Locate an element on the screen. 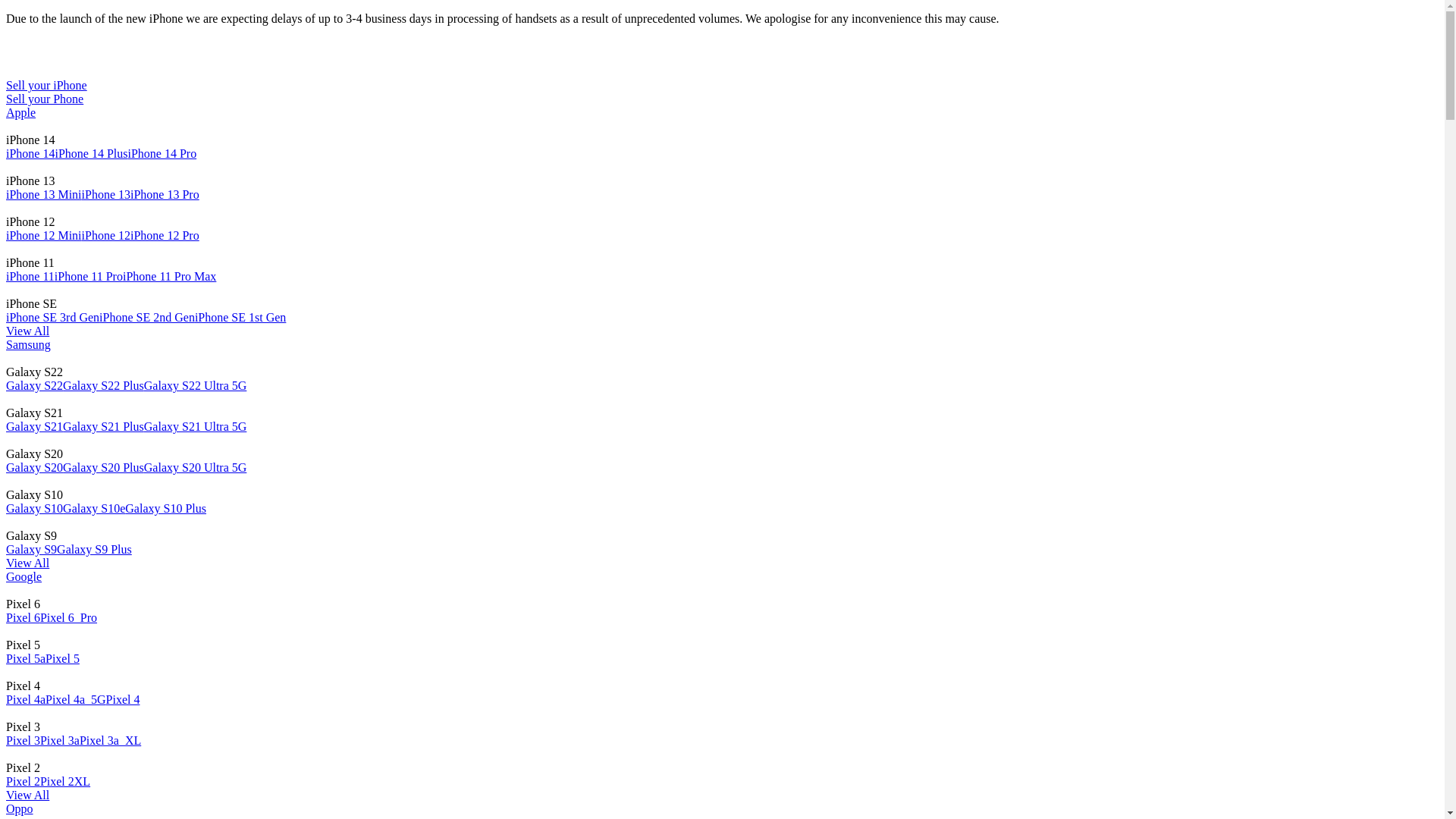 The width and height of the screenshot is (1456, 819). 'Galaxy S9' is located at coordinates (31, 549).